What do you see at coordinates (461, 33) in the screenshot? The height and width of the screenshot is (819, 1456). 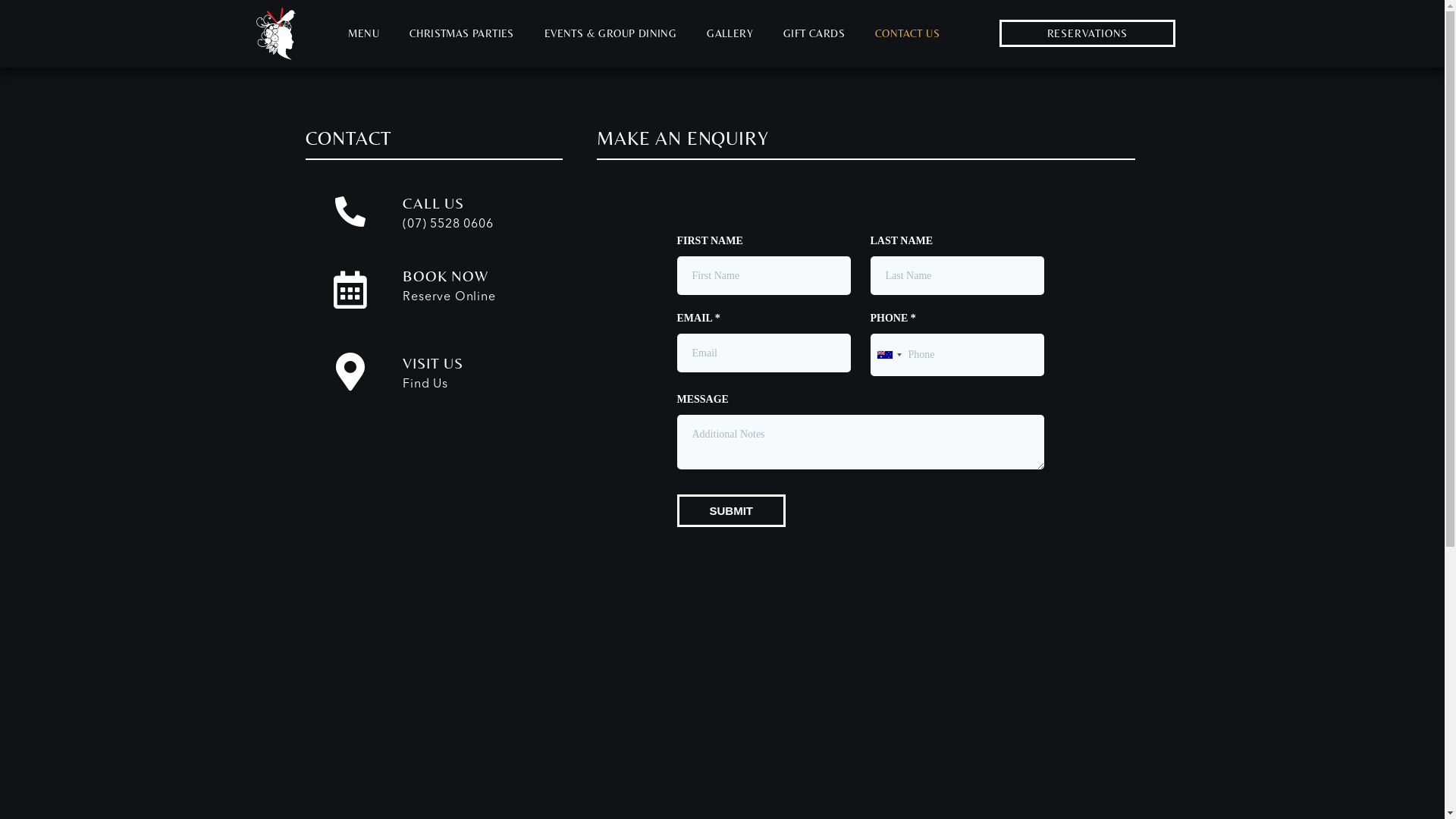 I see `'CHRISTMAS PARTIES'` at bounding box center [461, 33].